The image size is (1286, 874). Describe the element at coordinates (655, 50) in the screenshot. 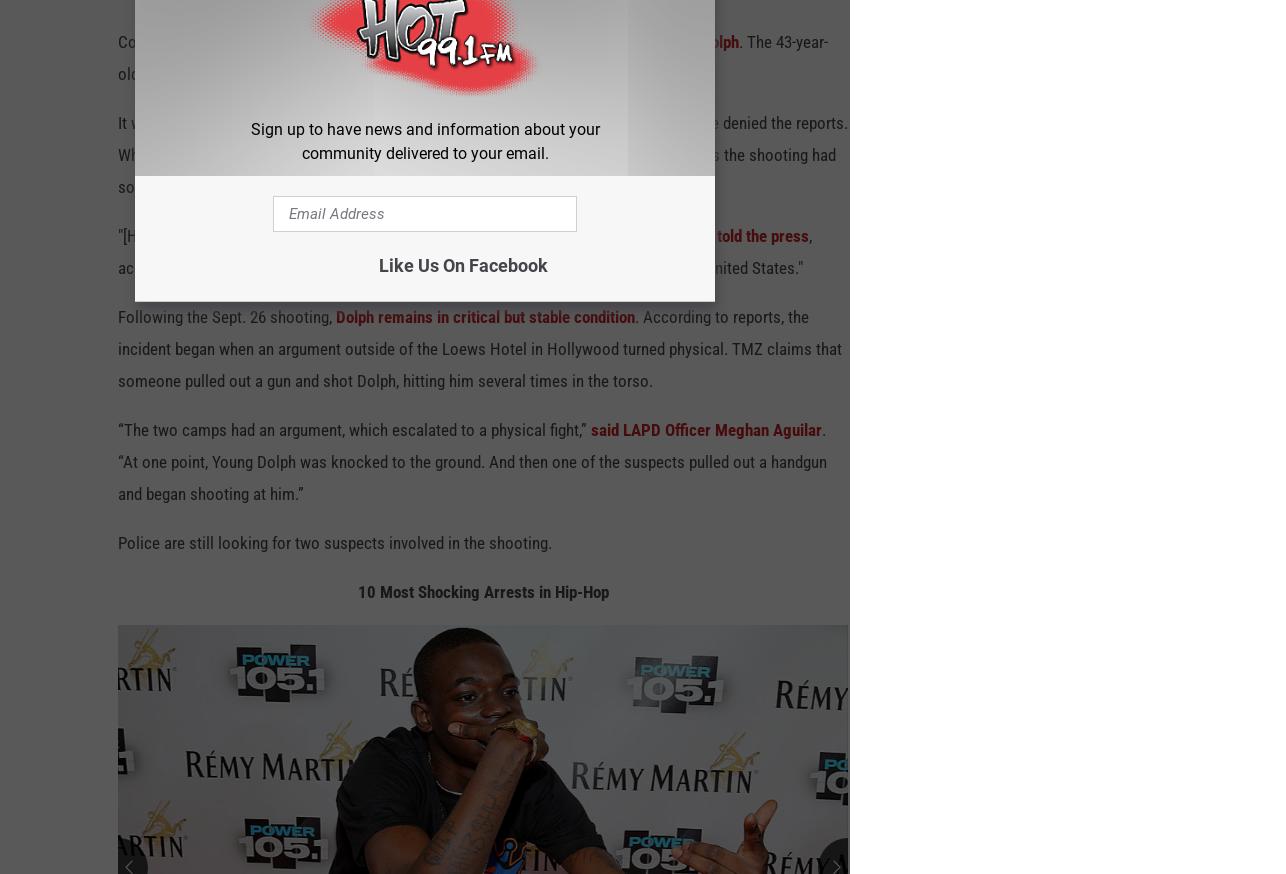

I see `'Young Dolph'` at that location.